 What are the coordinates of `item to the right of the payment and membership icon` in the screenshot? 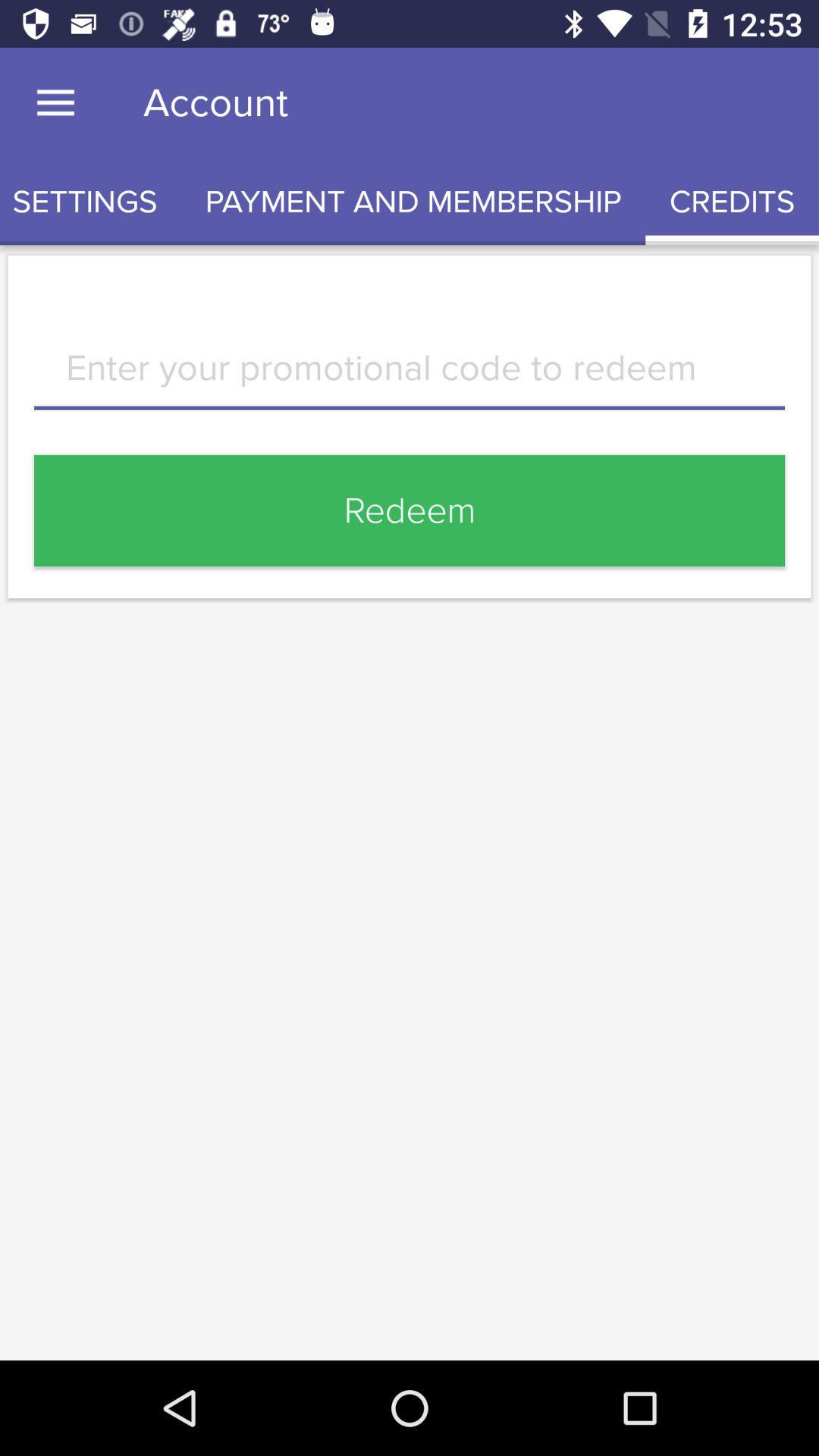 It's located at (731, 201).